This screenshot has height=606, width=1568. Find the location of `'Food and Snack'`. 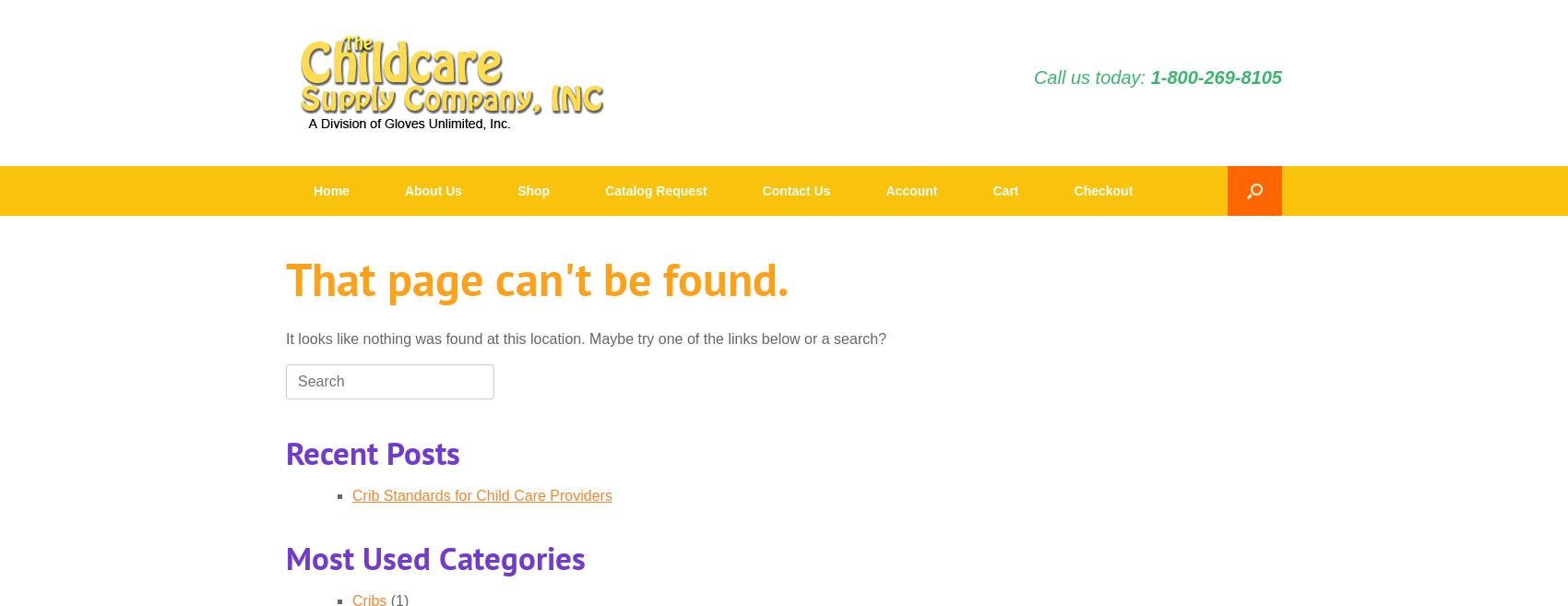

'Food and Snack' is located at coordinates (750, 493).